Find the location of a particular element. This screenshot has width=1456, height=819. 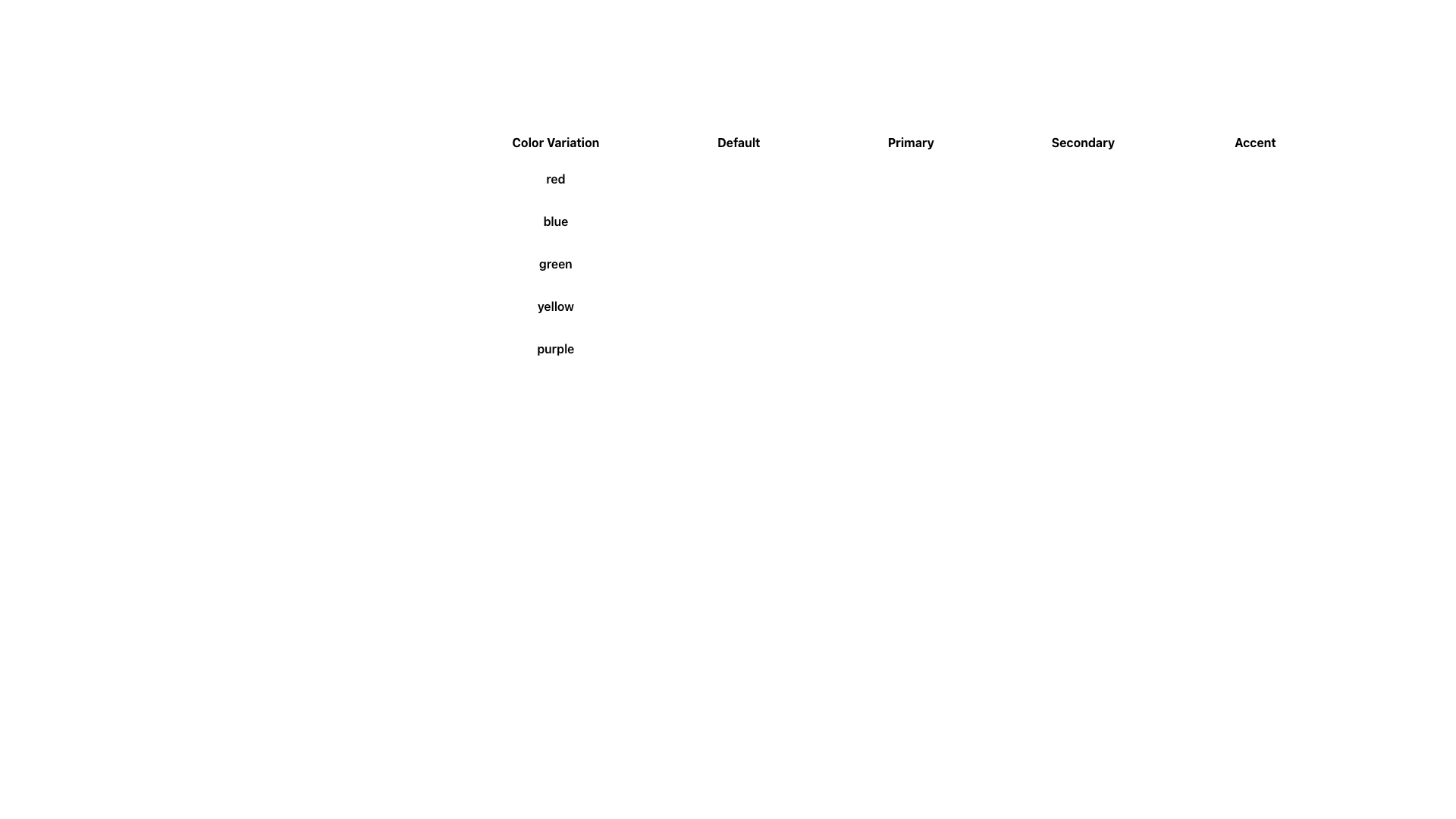

the static text label indicating the 'green' color, which is the third element in the vertical list under the 'Color Variation' column, positioned between 'blue' and 'yellow' is located at coordinates (554, 262).